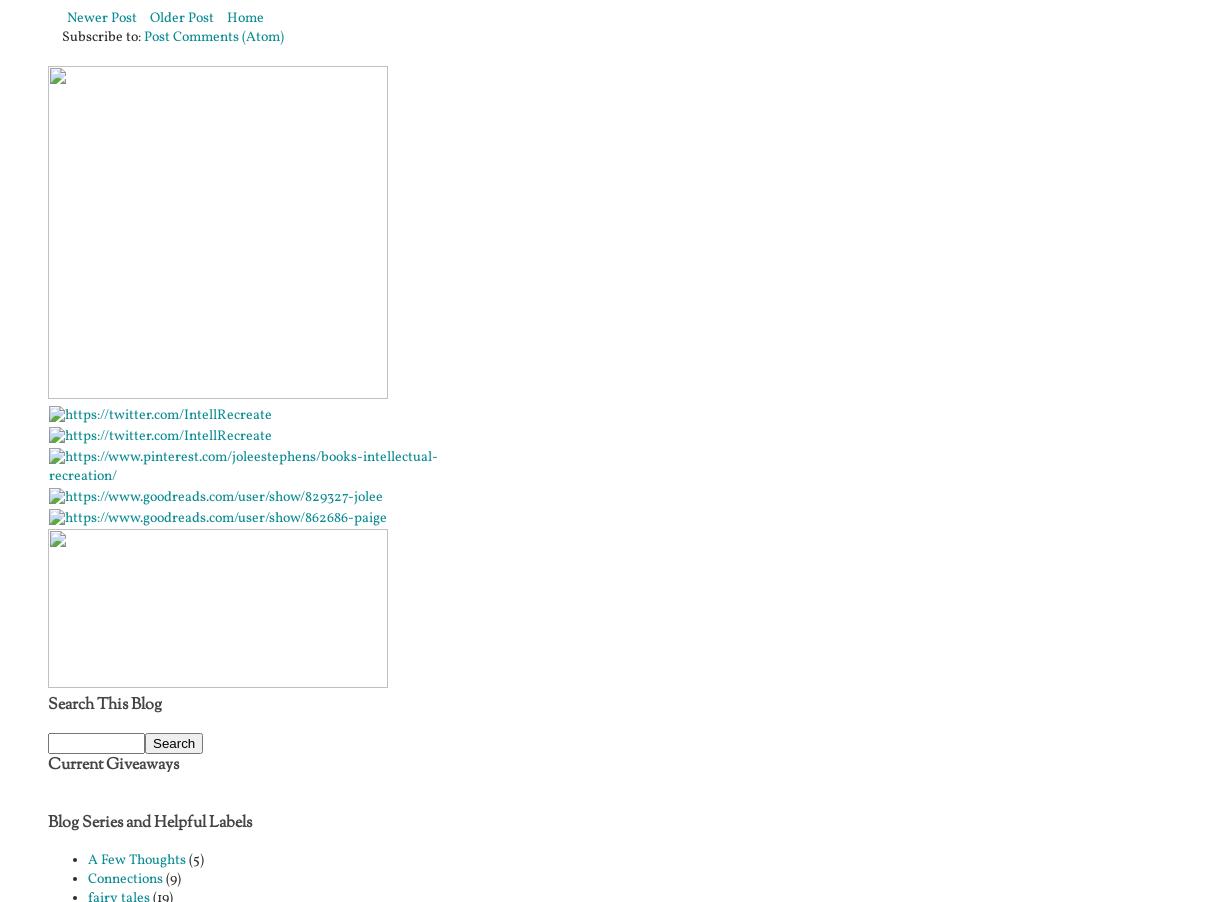 Image resolution: width=1208 pixels, height=902 pixels. What do you see at coordinates (245, 16) in the screenshot?
I see `'Home'` at bounding box center [245, 16].